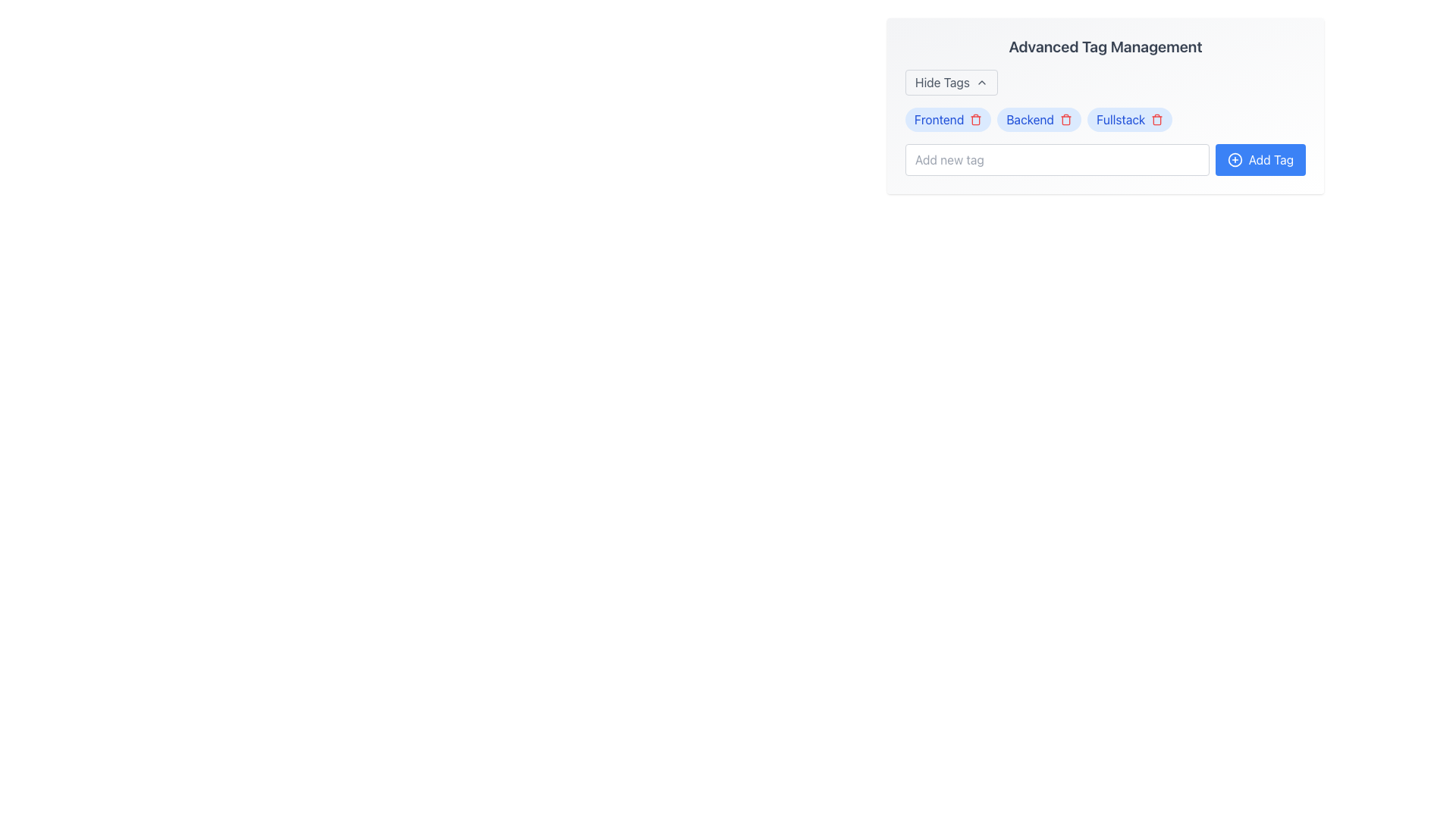 The image size is (1456, 819). I want to click on the 'Fullstack' badge badge with a light blue background and a trash bin icon, so click(1130, 119).